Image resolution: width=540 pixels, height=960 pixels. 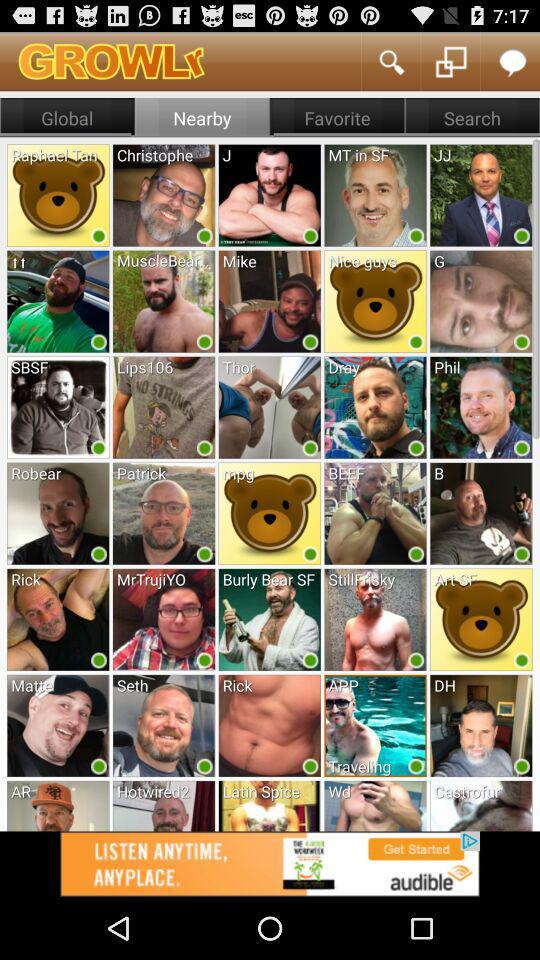 I want to click on the first image in second row, so click(x=58, y=301).